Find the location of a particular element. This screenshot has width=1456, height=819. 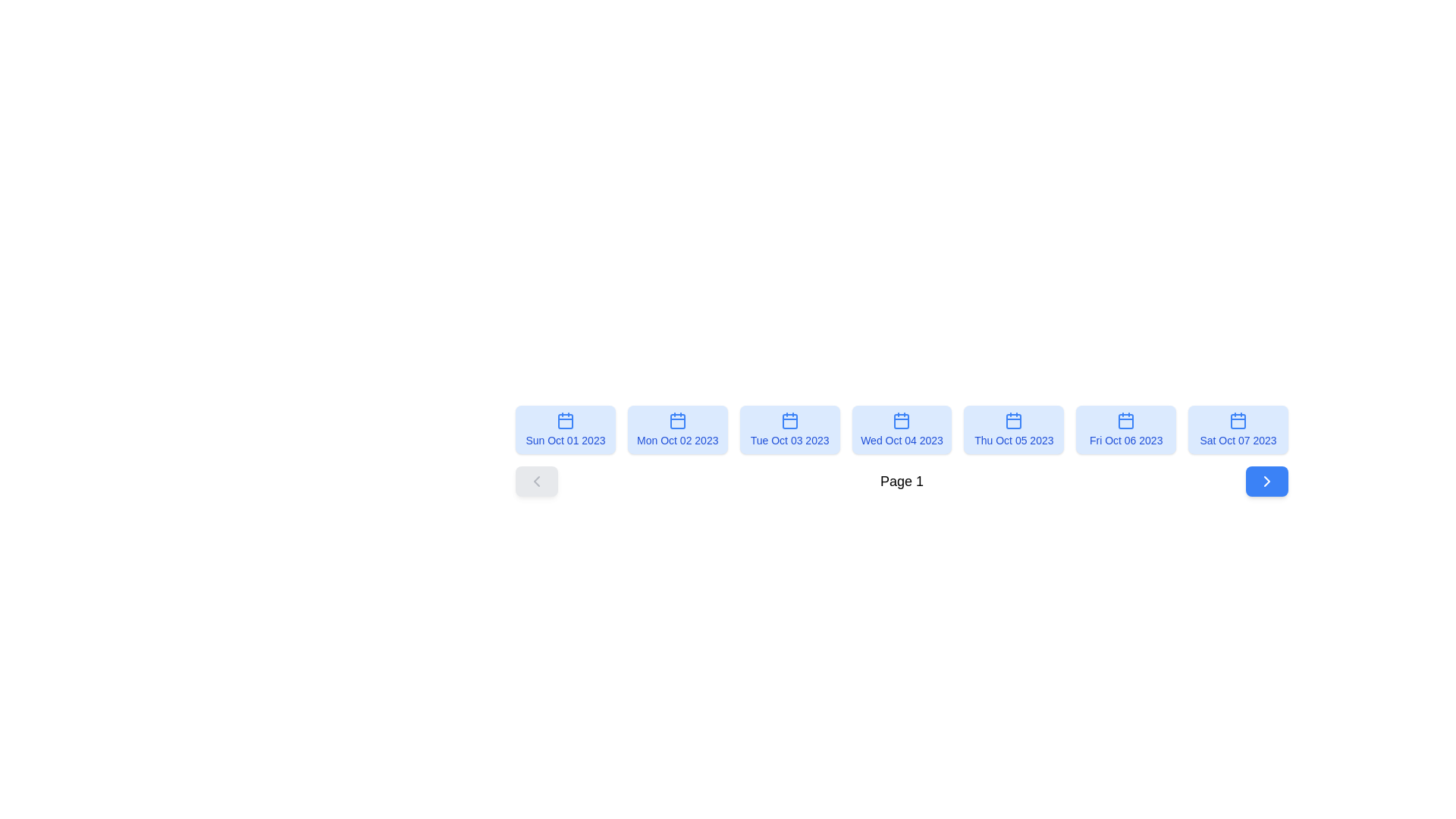

text displayed in the Text Display element which shows 'Page 1' is located at coordinates (902, 482).